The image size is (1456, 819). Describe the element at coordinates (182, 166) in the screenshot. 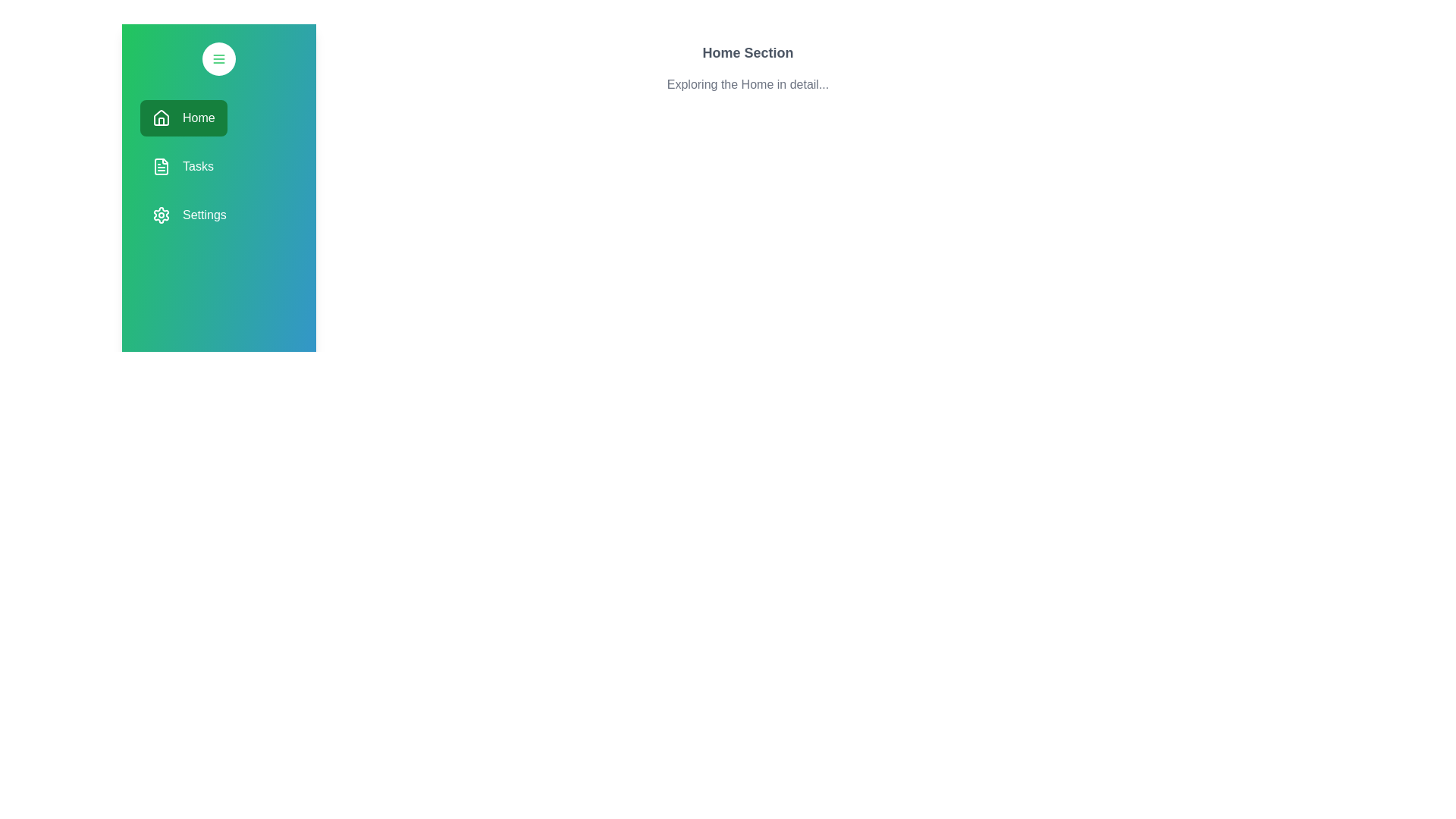

I see `the 'Tasks' button located in the vertical menu` at that location.